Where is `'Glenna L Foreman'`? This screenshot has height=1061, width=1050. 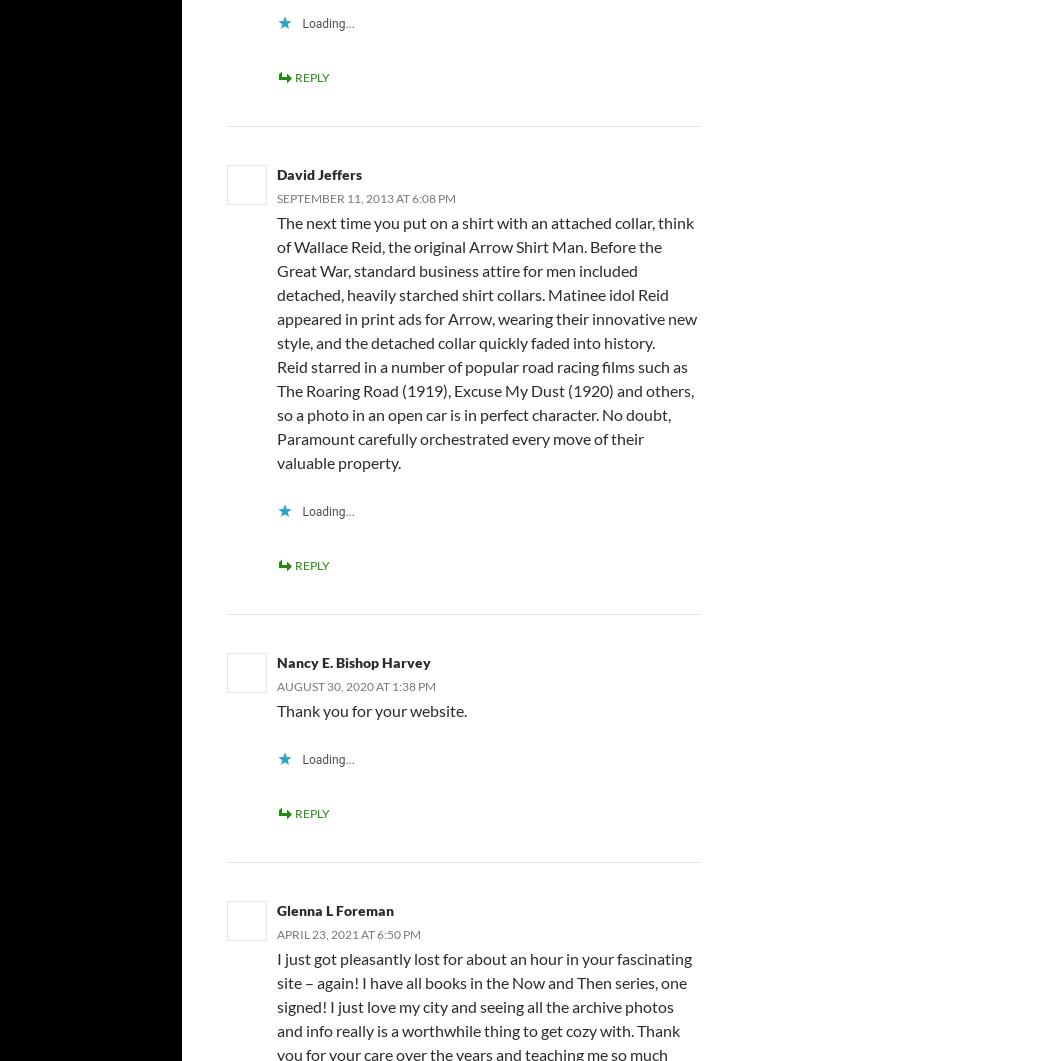 'Glenna L Foreman' is located at coordinates (334, 909).